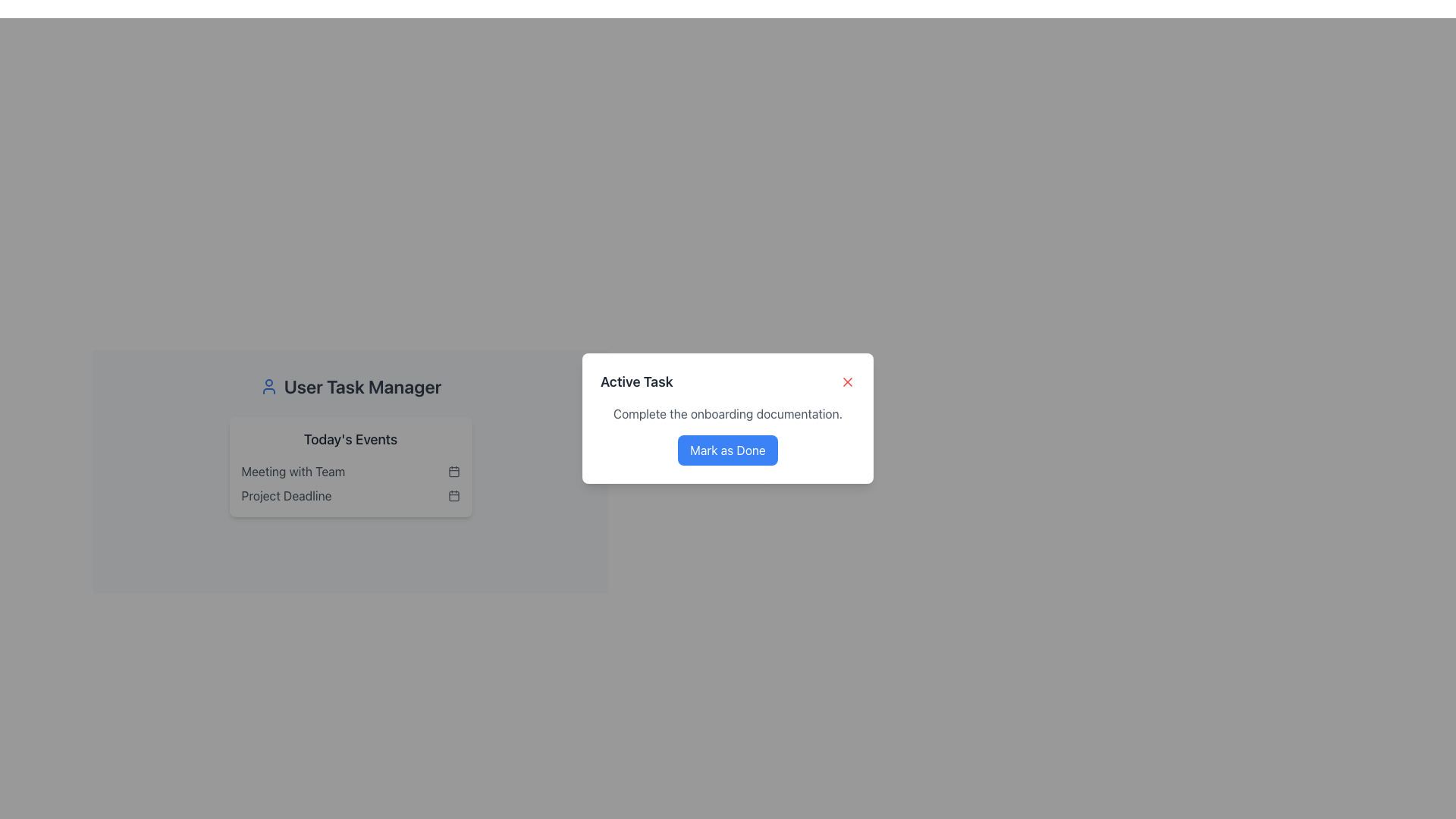 This screenshot has height=819, width=1456. I want to click on text element displaying 'Project Deadline' located in the 'Today's Events' section, aligned to the left, so click(286, 496).